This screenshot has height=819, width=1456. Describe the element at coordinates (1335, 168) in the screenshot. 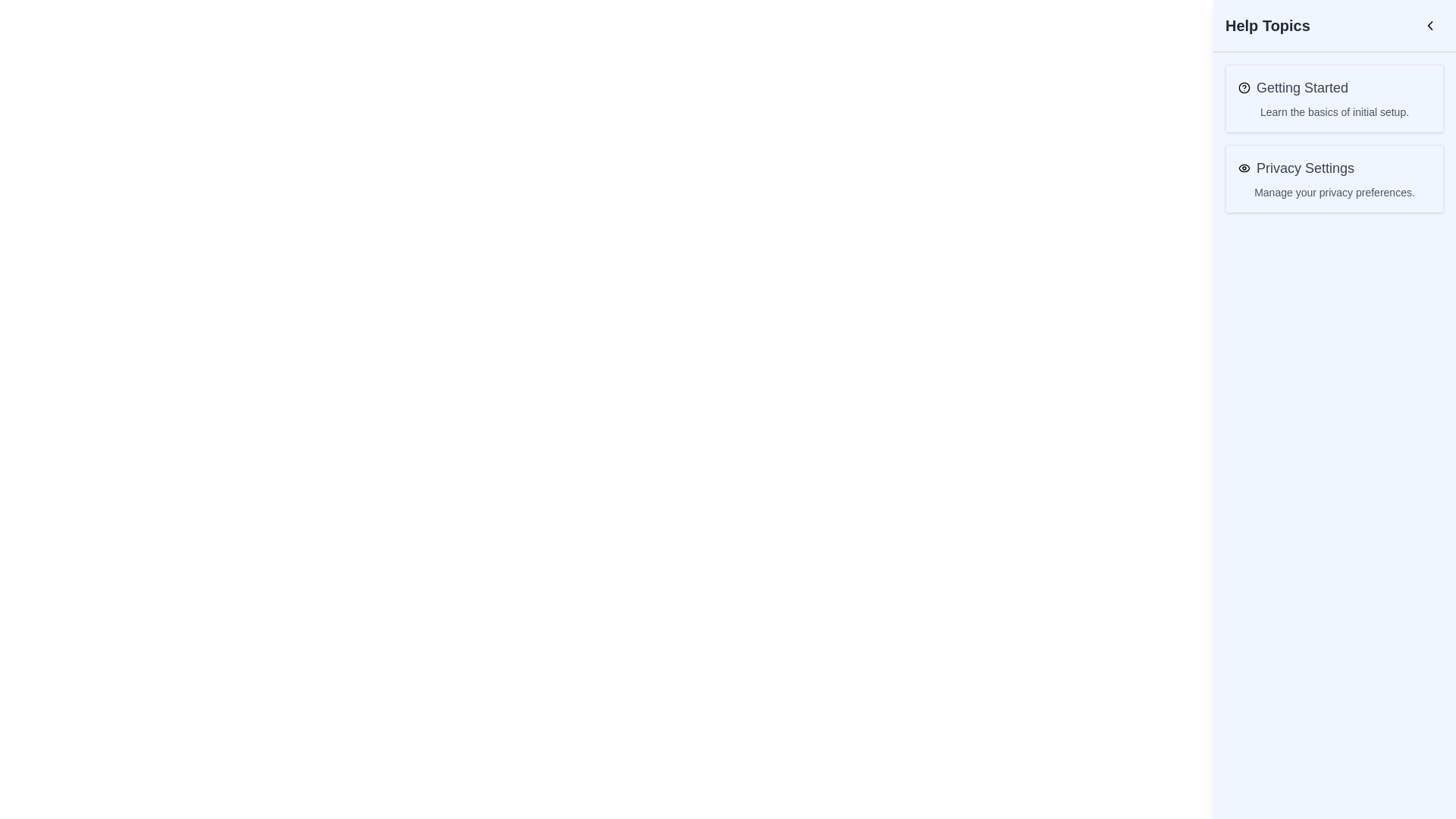

I see `the heading element titled 'Privacy Settings Manage your privacy preferences' which is located on the right side under the 'Help Topics' section` at that location.